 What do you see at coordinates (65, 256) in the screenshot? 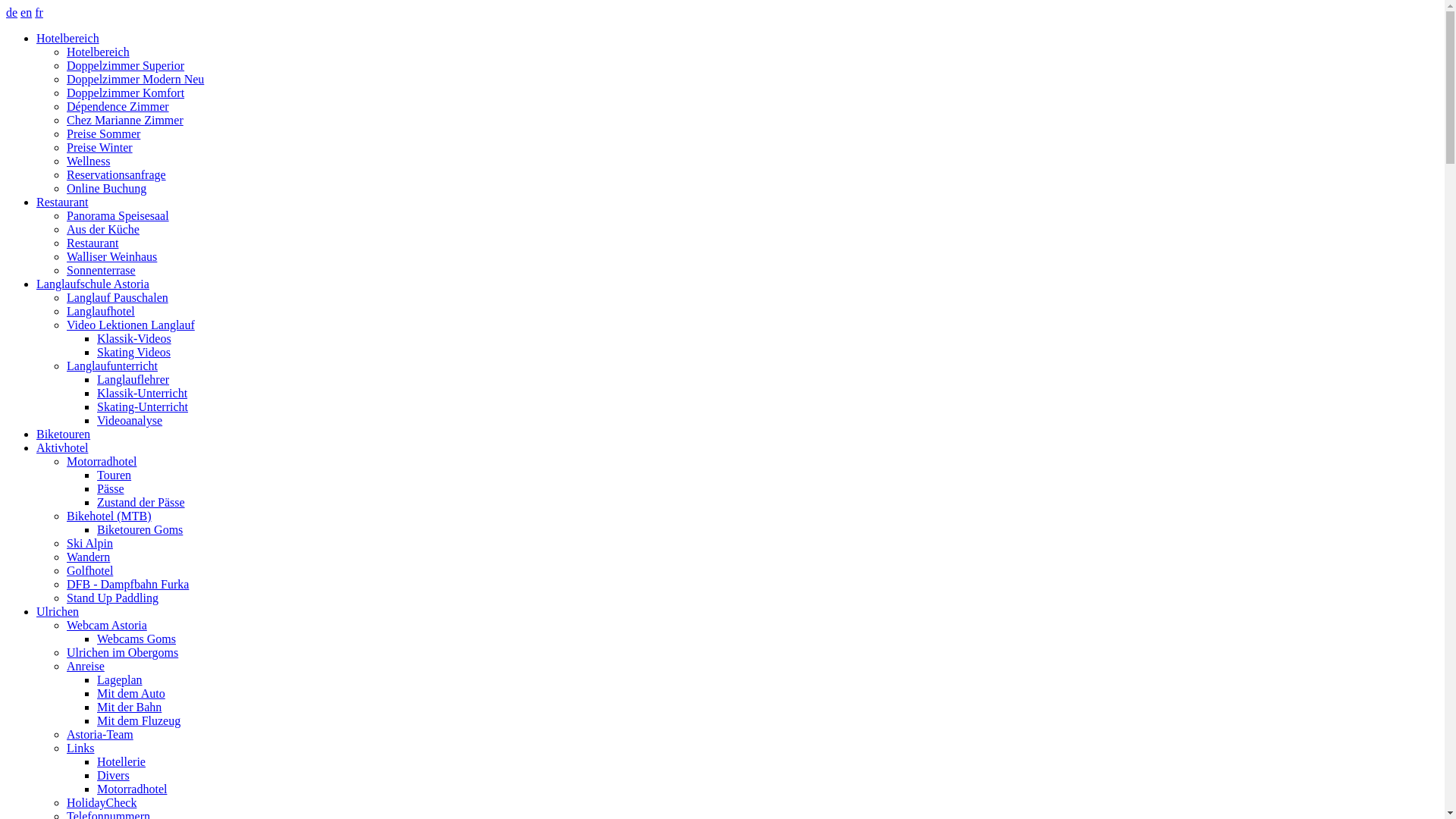
I see `'Walliser Weinhaus'` at bounding box center [65, 256].